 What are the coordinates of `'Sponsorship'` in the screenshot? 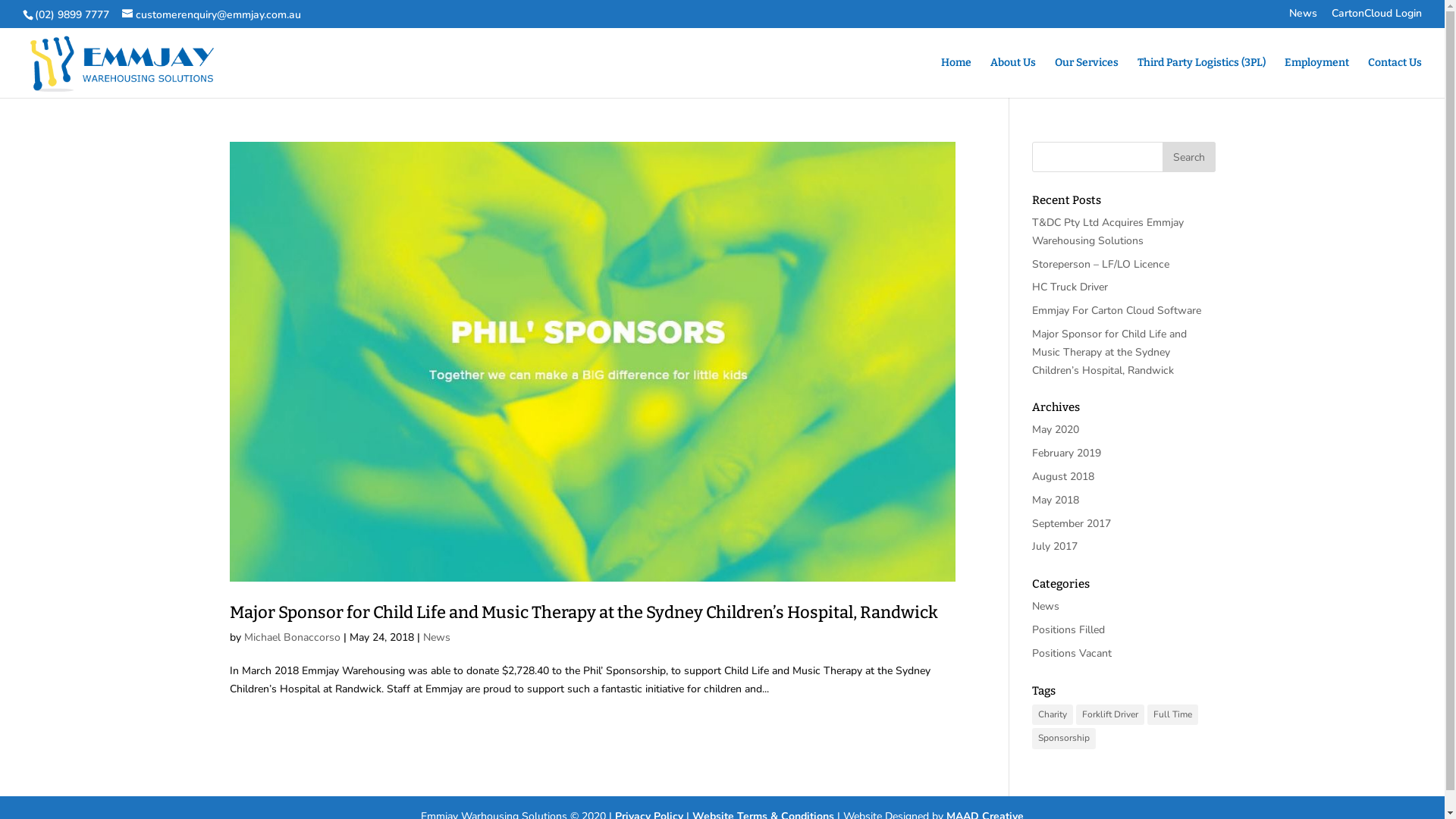 It's located at (1031, 738).